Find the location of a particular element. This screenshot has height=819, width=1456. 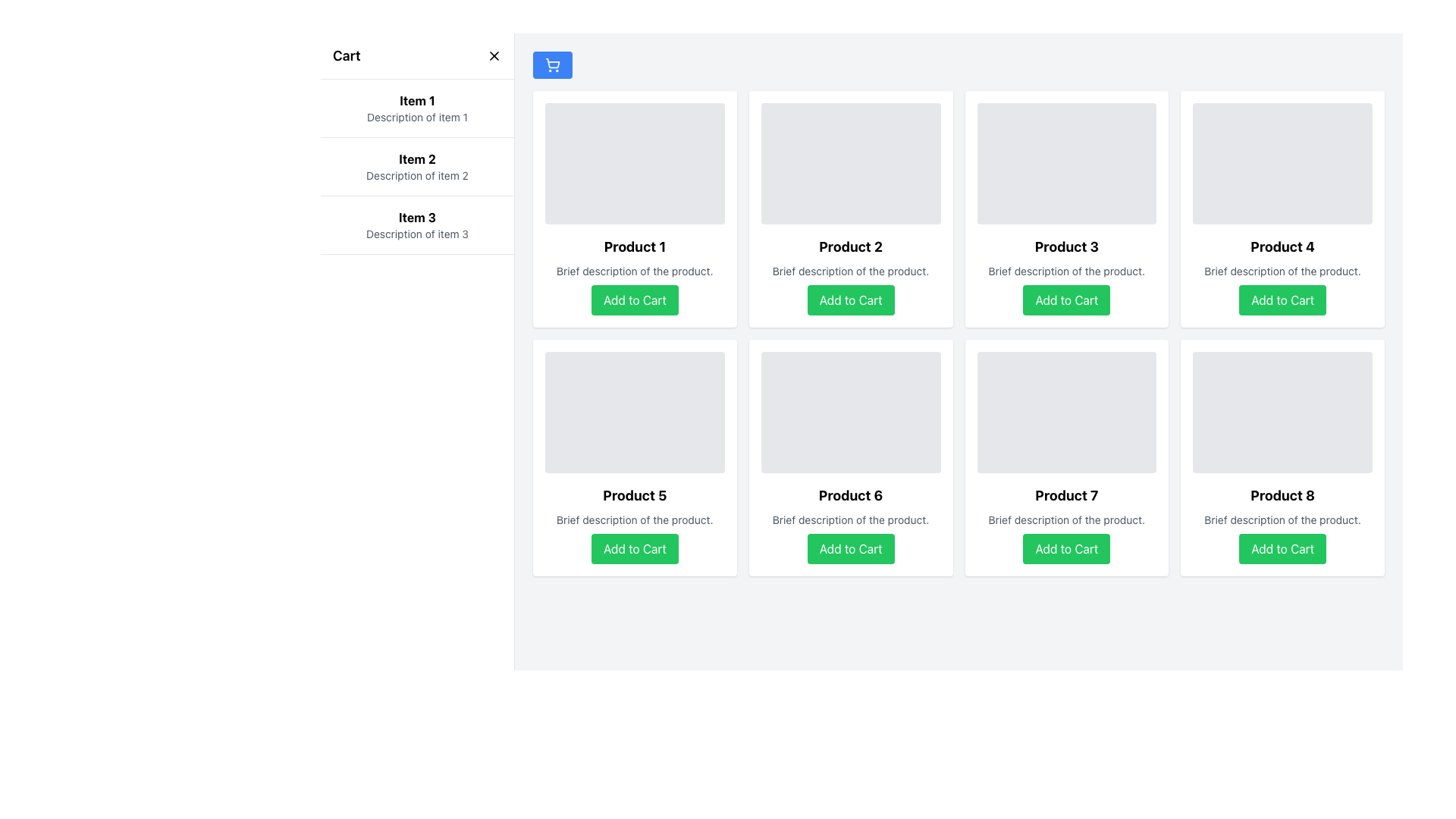

the Text Label that provides supplementary information about 'Item 2', which is located beneath the bold title 'Item 2' in the left sidebar is located at coordinates (417, 174).